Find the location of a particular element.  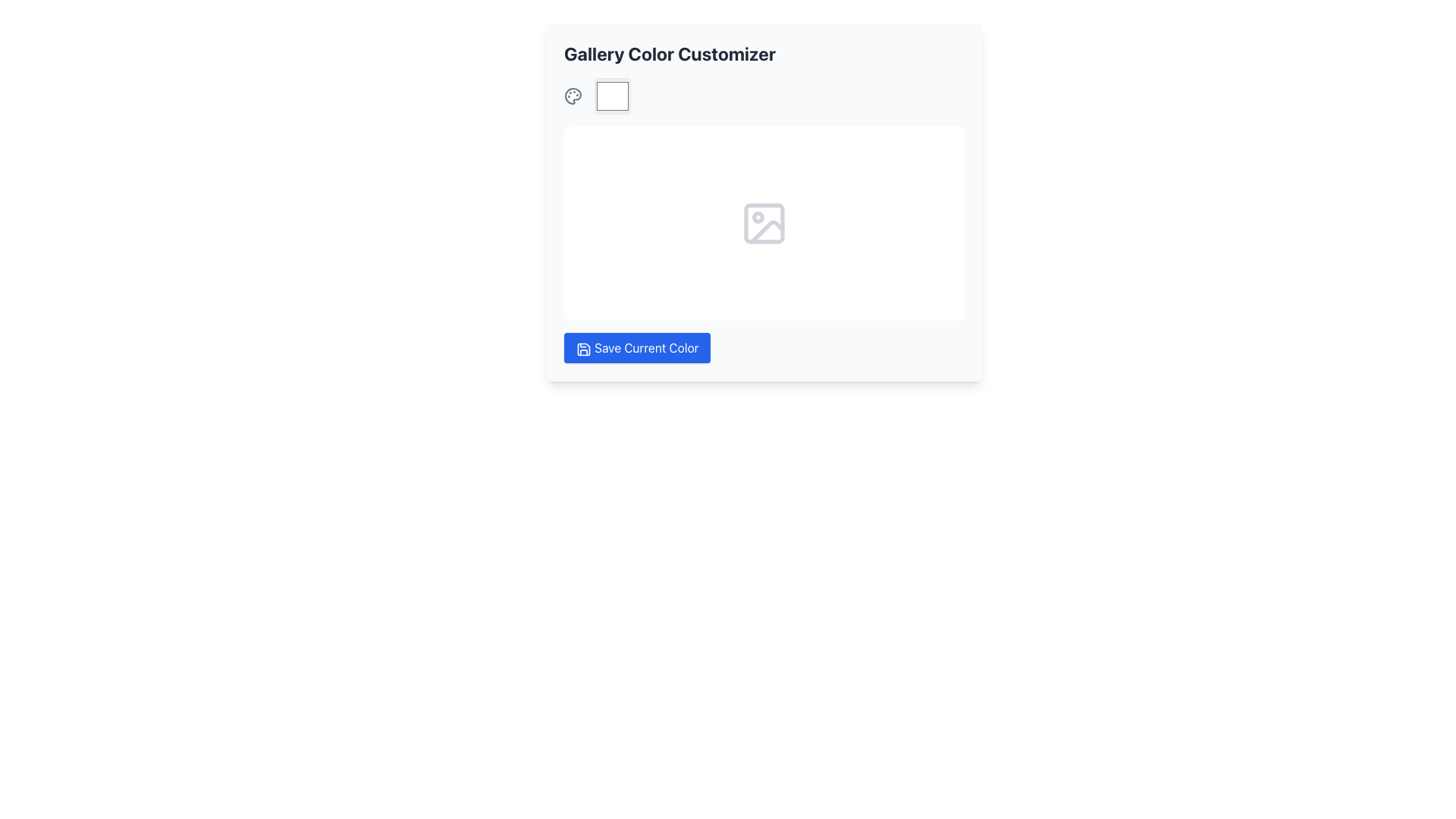

the gray icon with a stylized image outline and a circular element in the top left, located in the 'Gallery Color Customizer' section above the 'Save Current Color' button is located at coordinates (764, 223).